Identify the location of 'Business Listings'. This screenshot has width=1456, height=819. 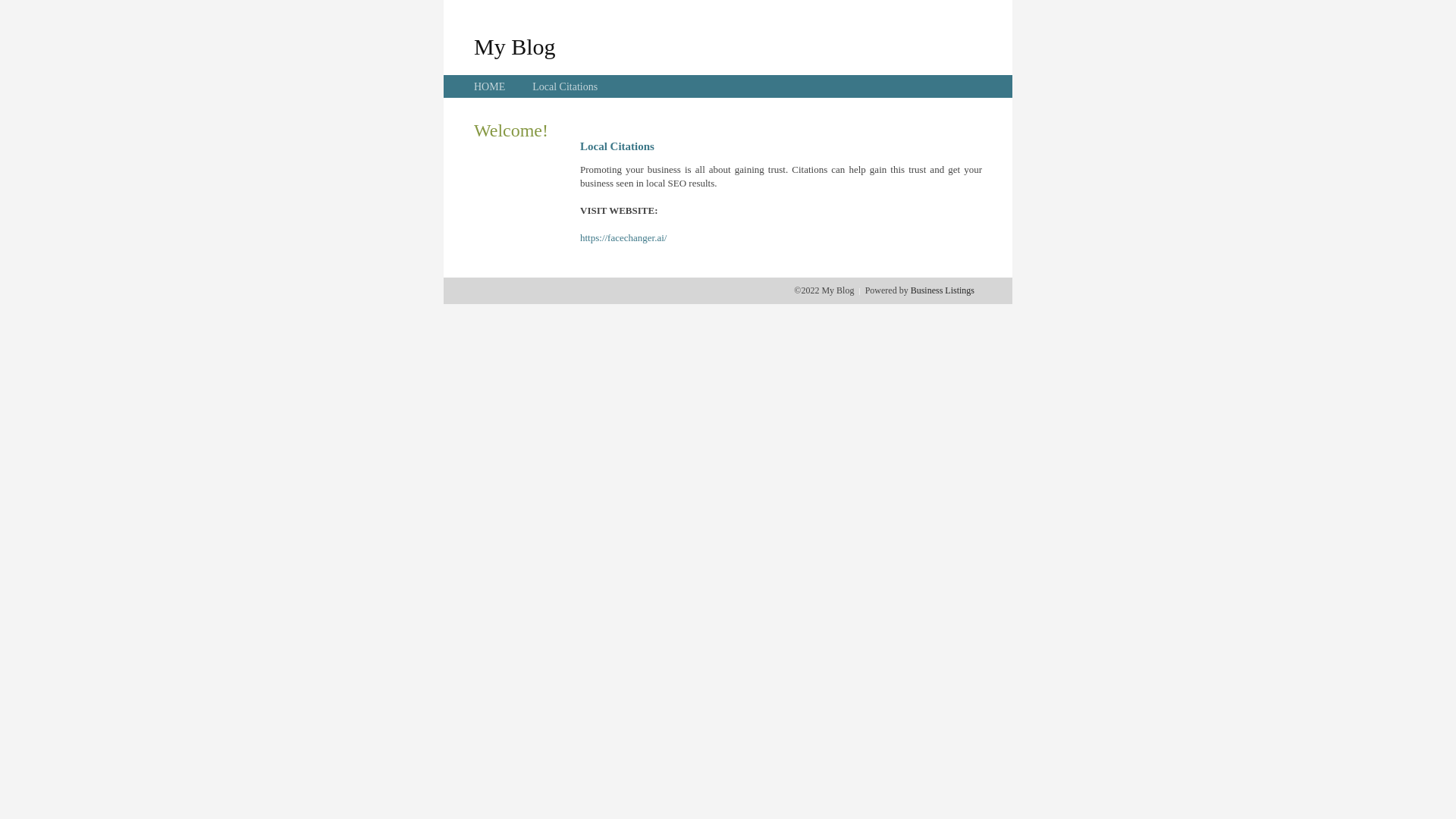
(942, 290).